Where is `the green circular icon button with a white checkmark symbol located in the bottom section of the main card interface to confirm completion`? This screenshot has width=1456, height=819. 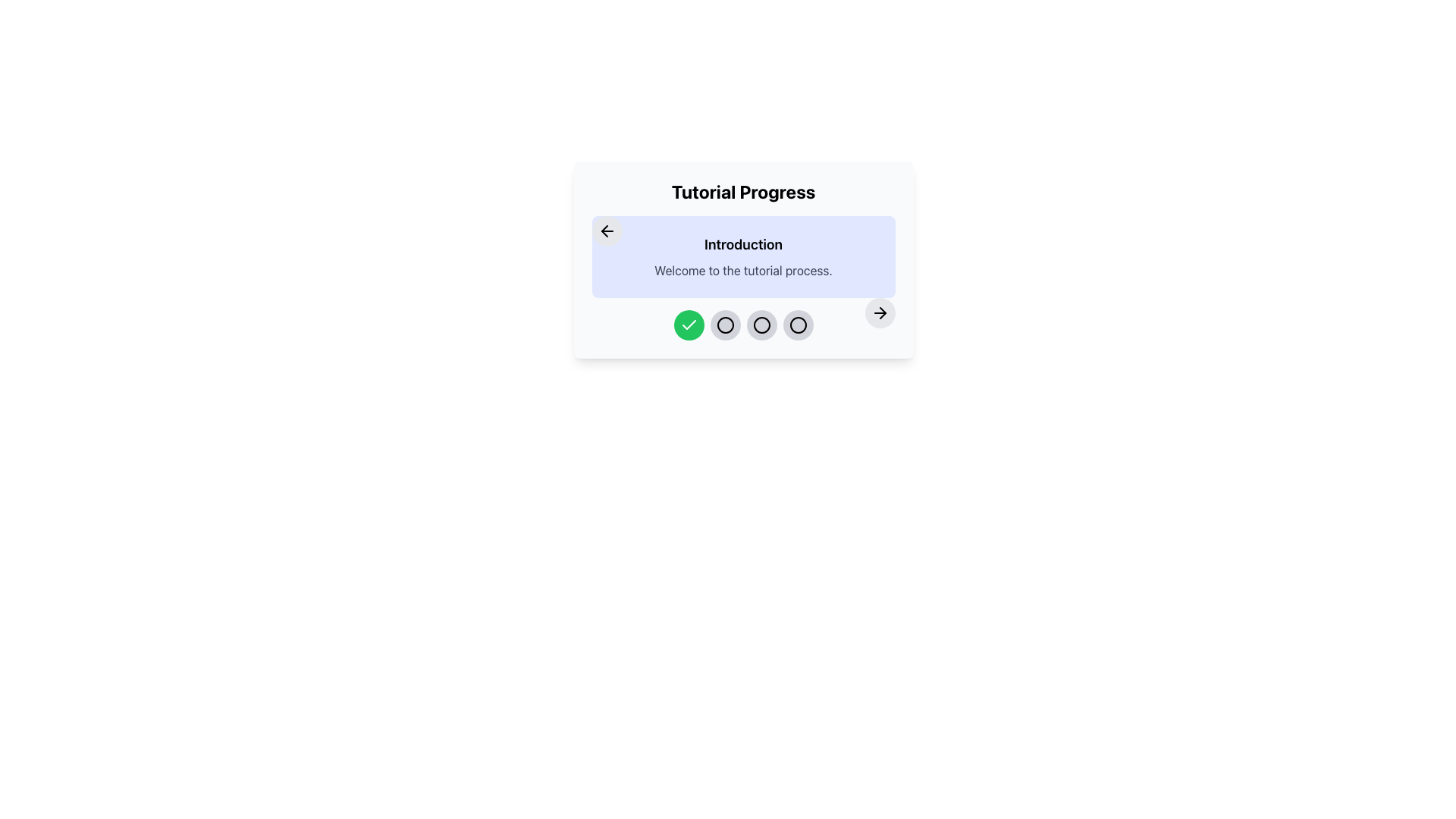
the green circular icon button with a white checkmark symbol located in the bottom section of the main card interface to confirm completion is located at coordinates (688, 324).